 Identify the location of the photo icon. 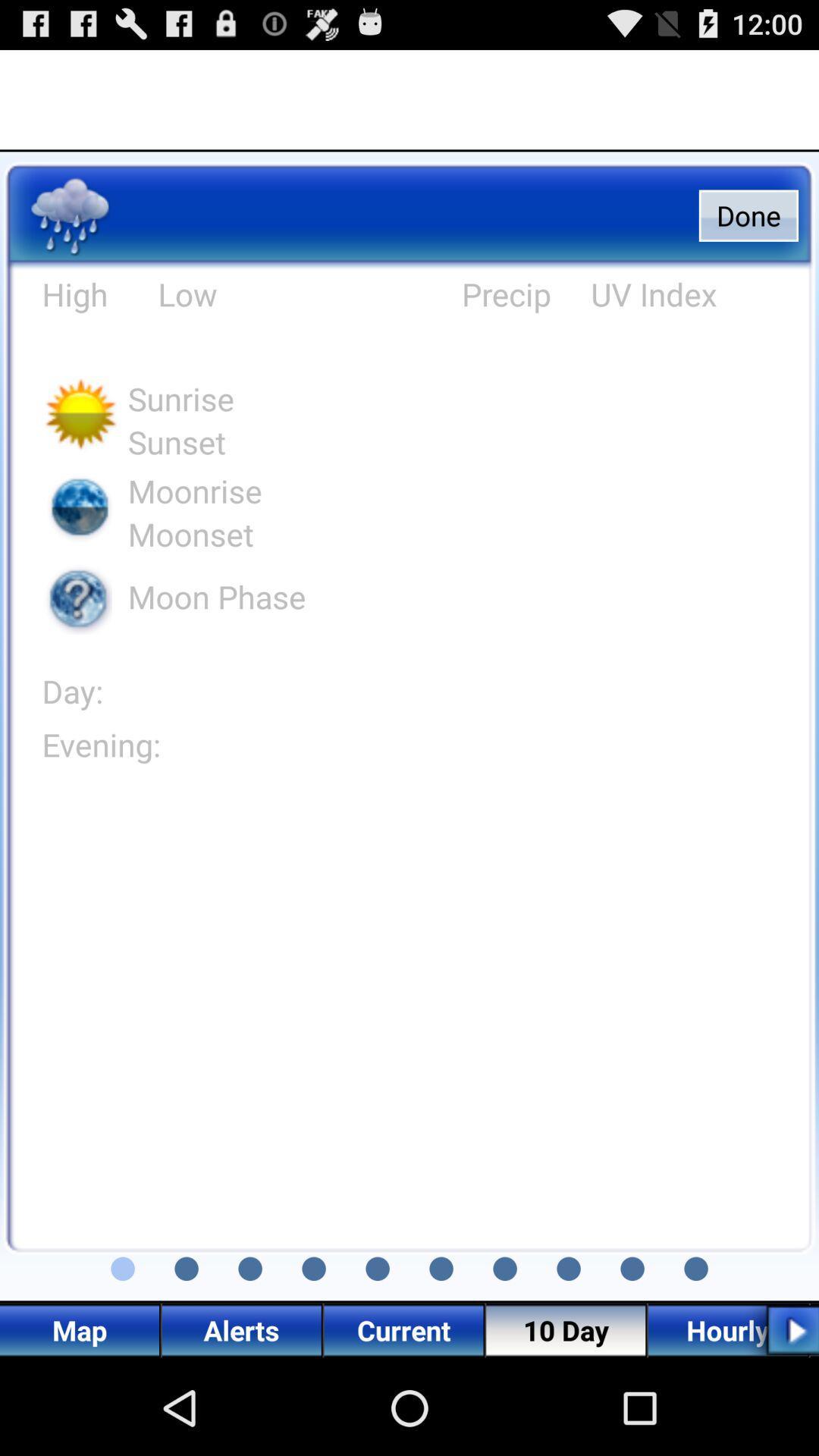
(122, 1357).